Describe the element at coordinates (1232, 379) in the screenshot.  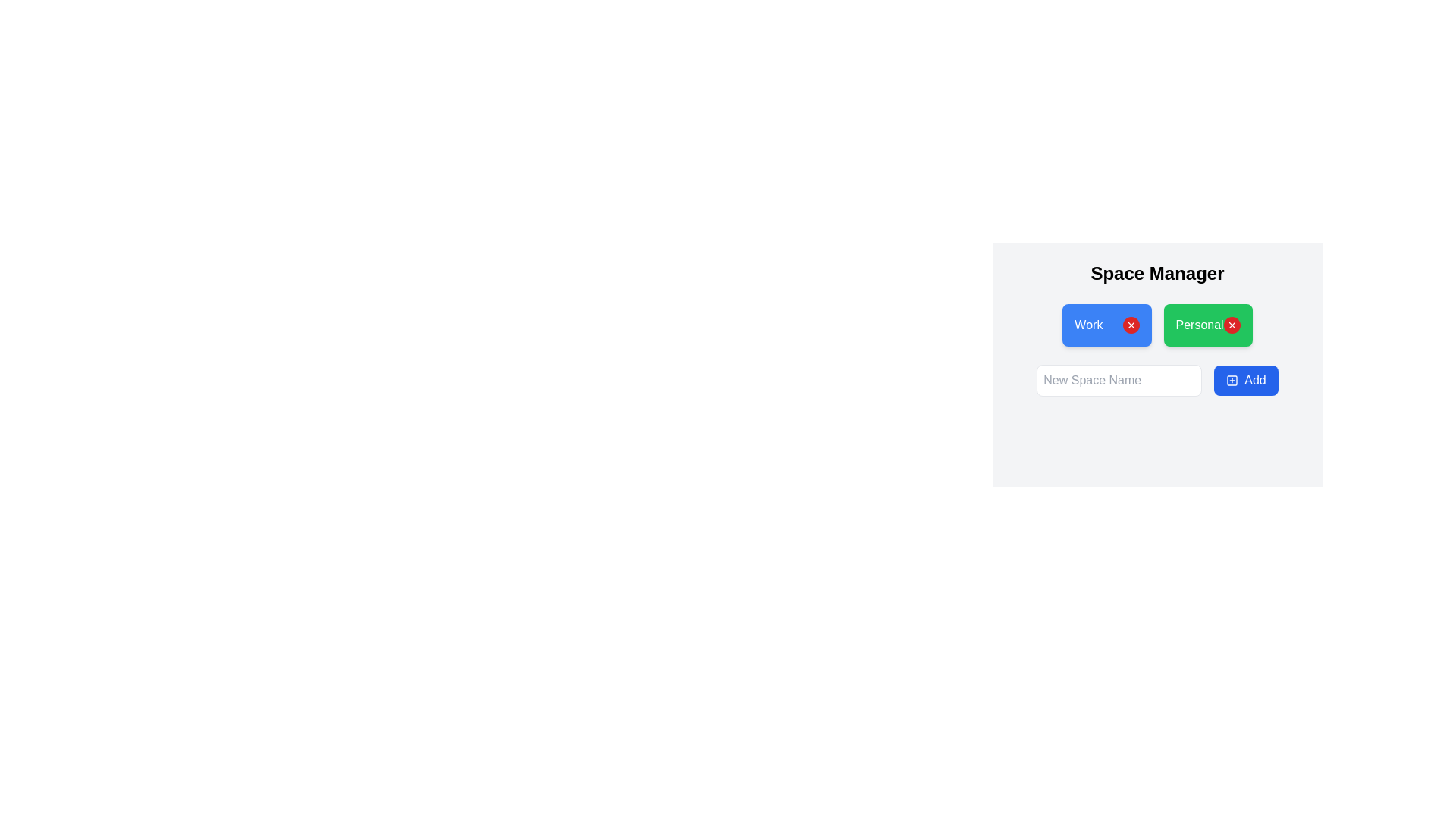
I see `the SVG shape component representing a plus or addition symbol, which is part of an icon located near the 'Add' button` at that location.